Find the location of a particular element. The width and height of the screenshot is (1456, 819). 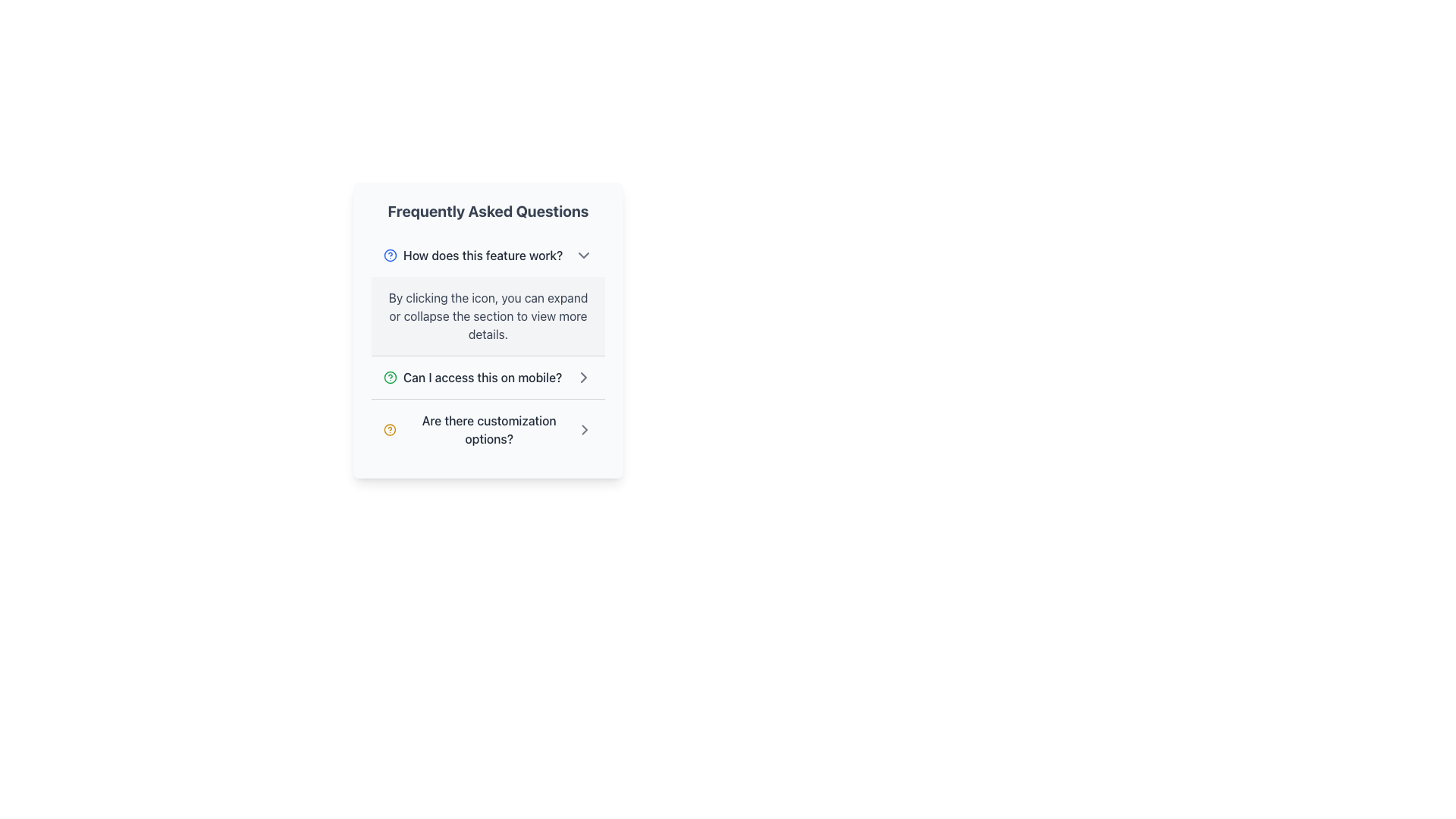

the text label reading 'Are there customization options?' located in the FAQ section, which is styled with a medium weight font and dark gray color is located at coordinates (489, 430).